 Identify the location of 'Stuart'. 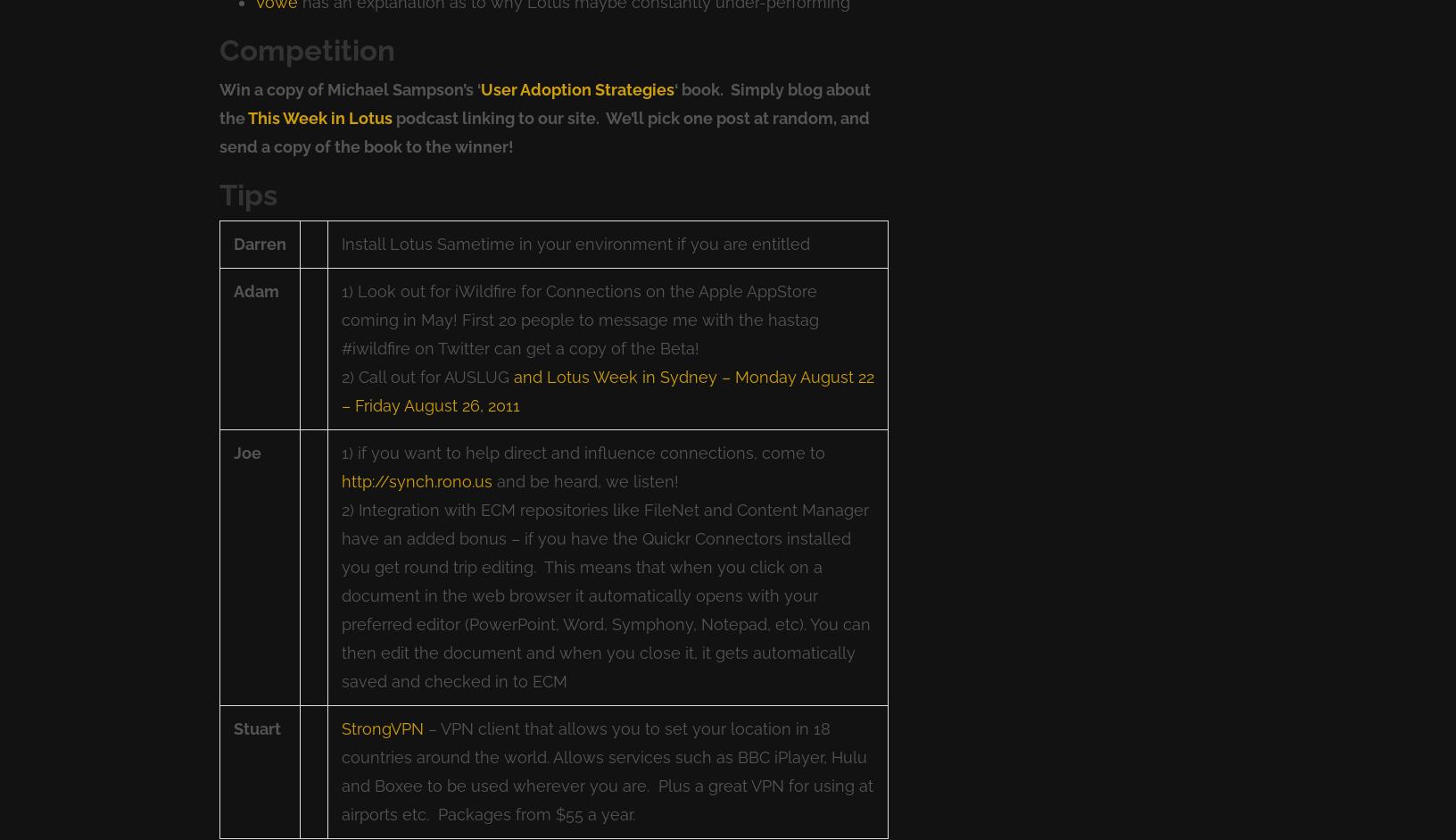
(256, 728).